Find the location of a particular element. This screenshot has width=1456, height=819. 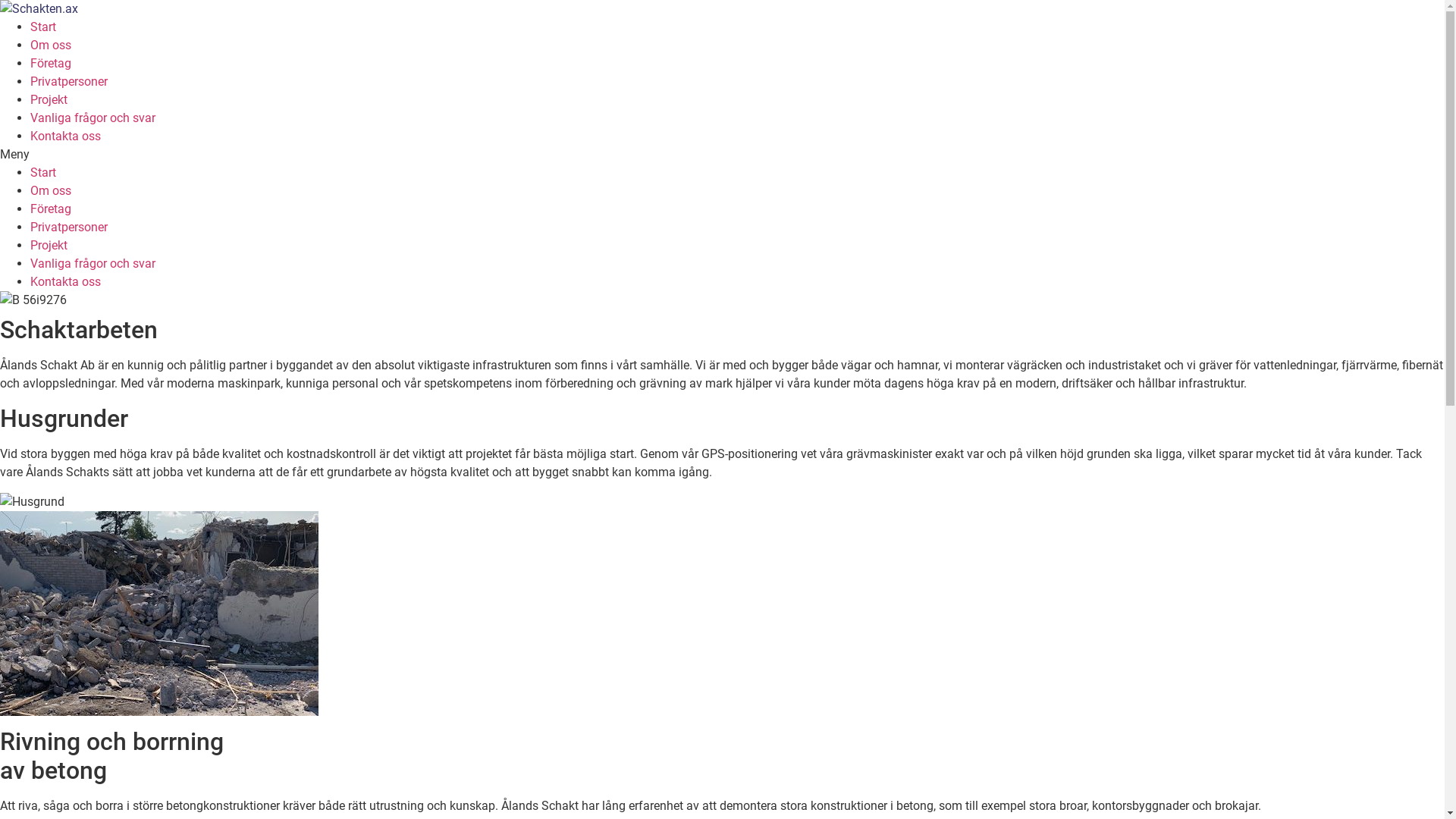

'Projekt' is located at coordinates (49, 244).